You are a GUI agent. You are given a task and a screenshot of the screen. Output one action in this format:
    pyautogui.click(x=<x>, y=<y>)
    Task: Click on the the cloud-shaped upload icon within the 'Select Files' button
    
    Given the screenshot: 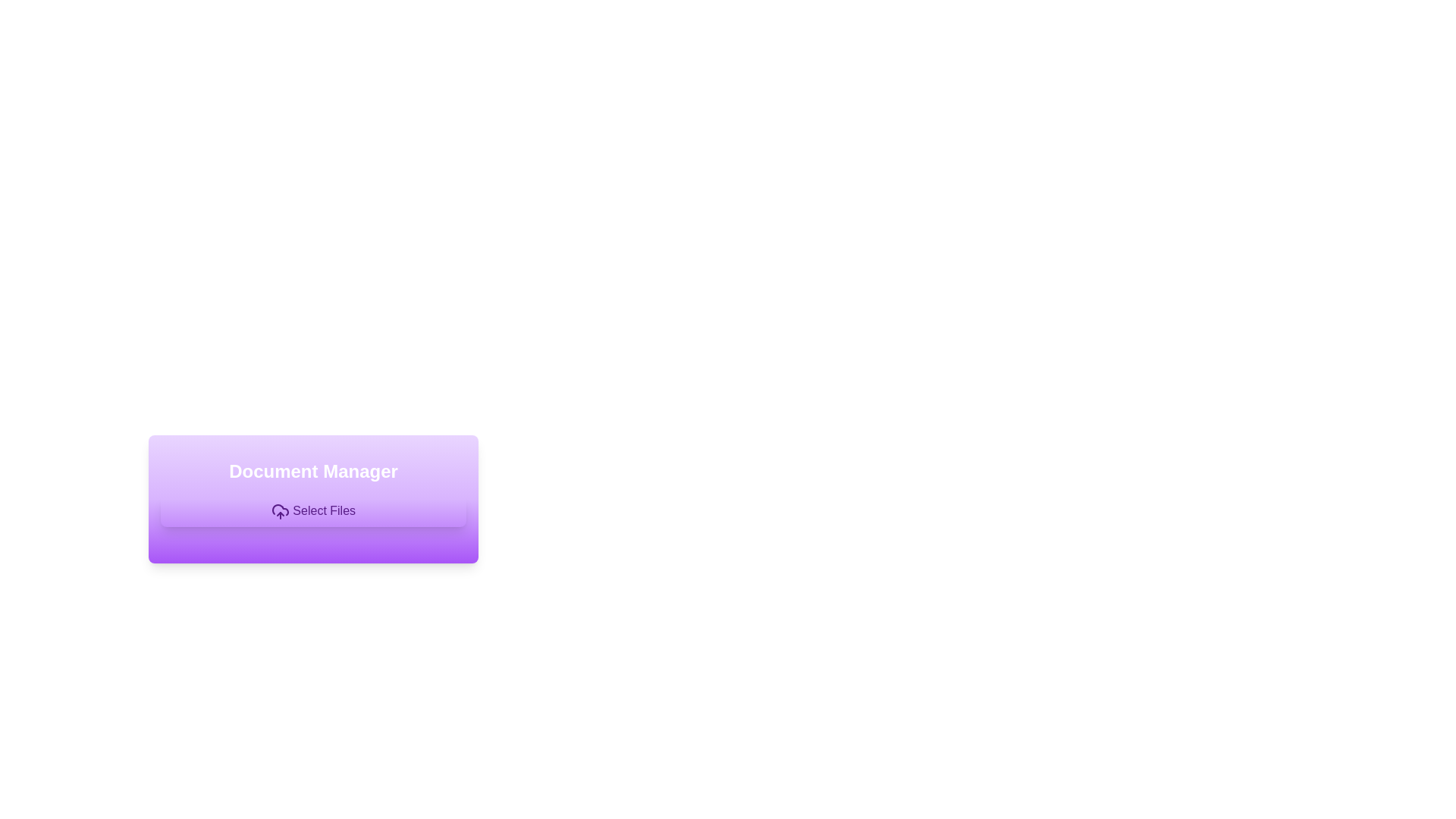 What is the action you would take?
    pyautogui.click(x=280, y=511)
    